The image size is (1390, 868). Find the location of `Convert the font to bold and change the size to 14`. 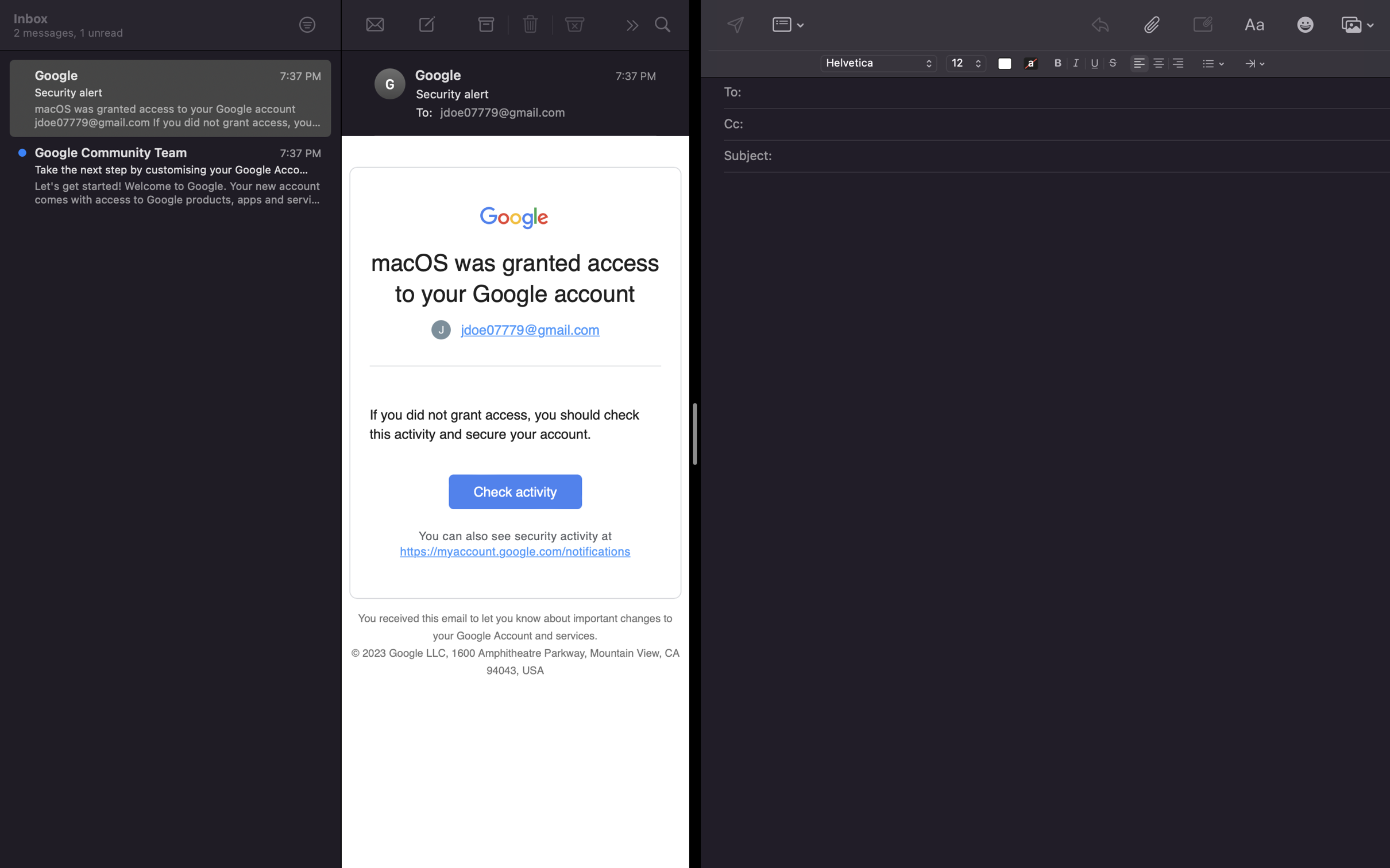

Convert the font to bold and change the size to 14 is located at coordinates (1058, 62).